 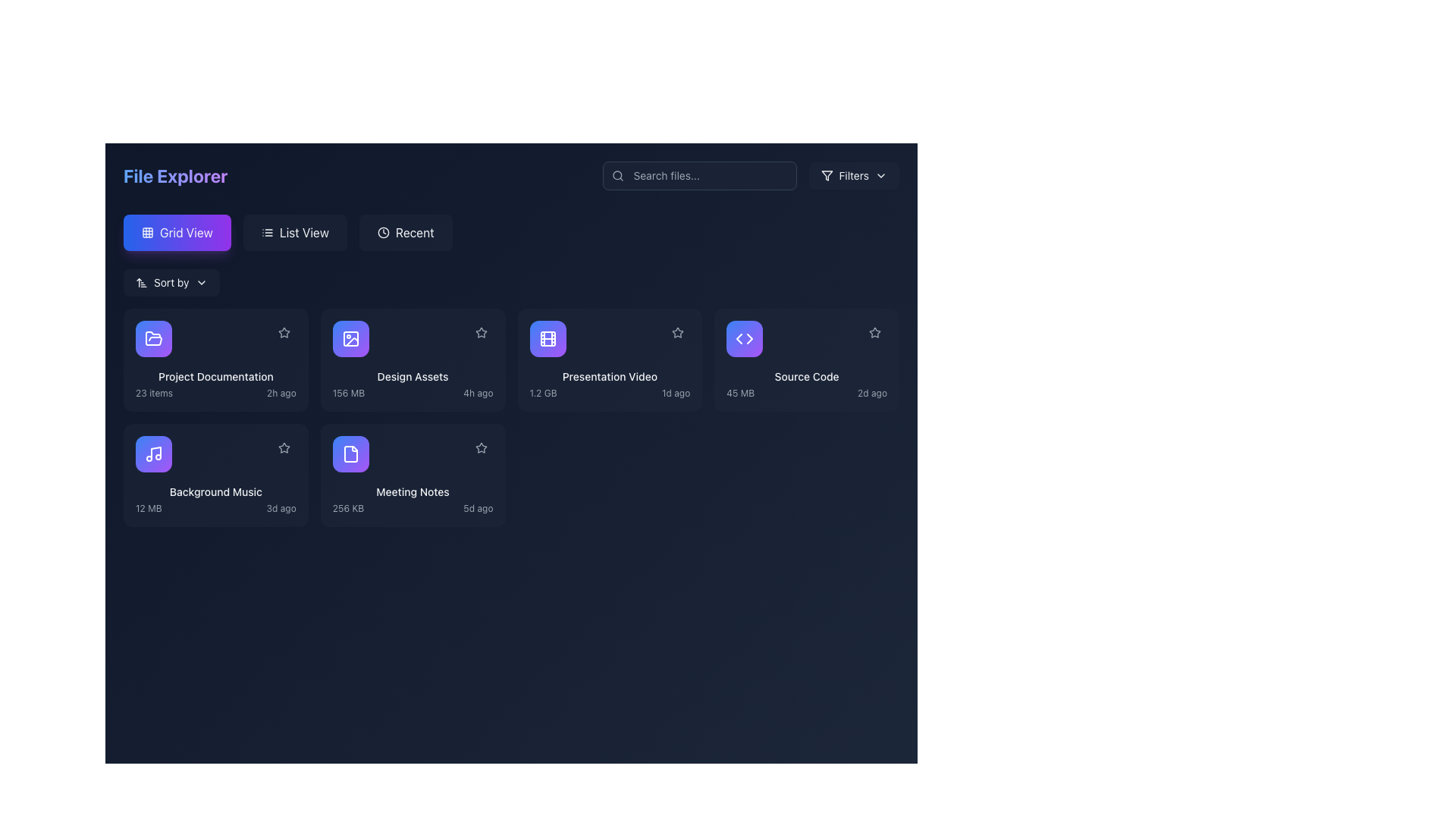 I want to click on the 'Filters' button, which contains an icon resembling a funnel, located at the top-right section of the interface, so click(x=826, y=174).